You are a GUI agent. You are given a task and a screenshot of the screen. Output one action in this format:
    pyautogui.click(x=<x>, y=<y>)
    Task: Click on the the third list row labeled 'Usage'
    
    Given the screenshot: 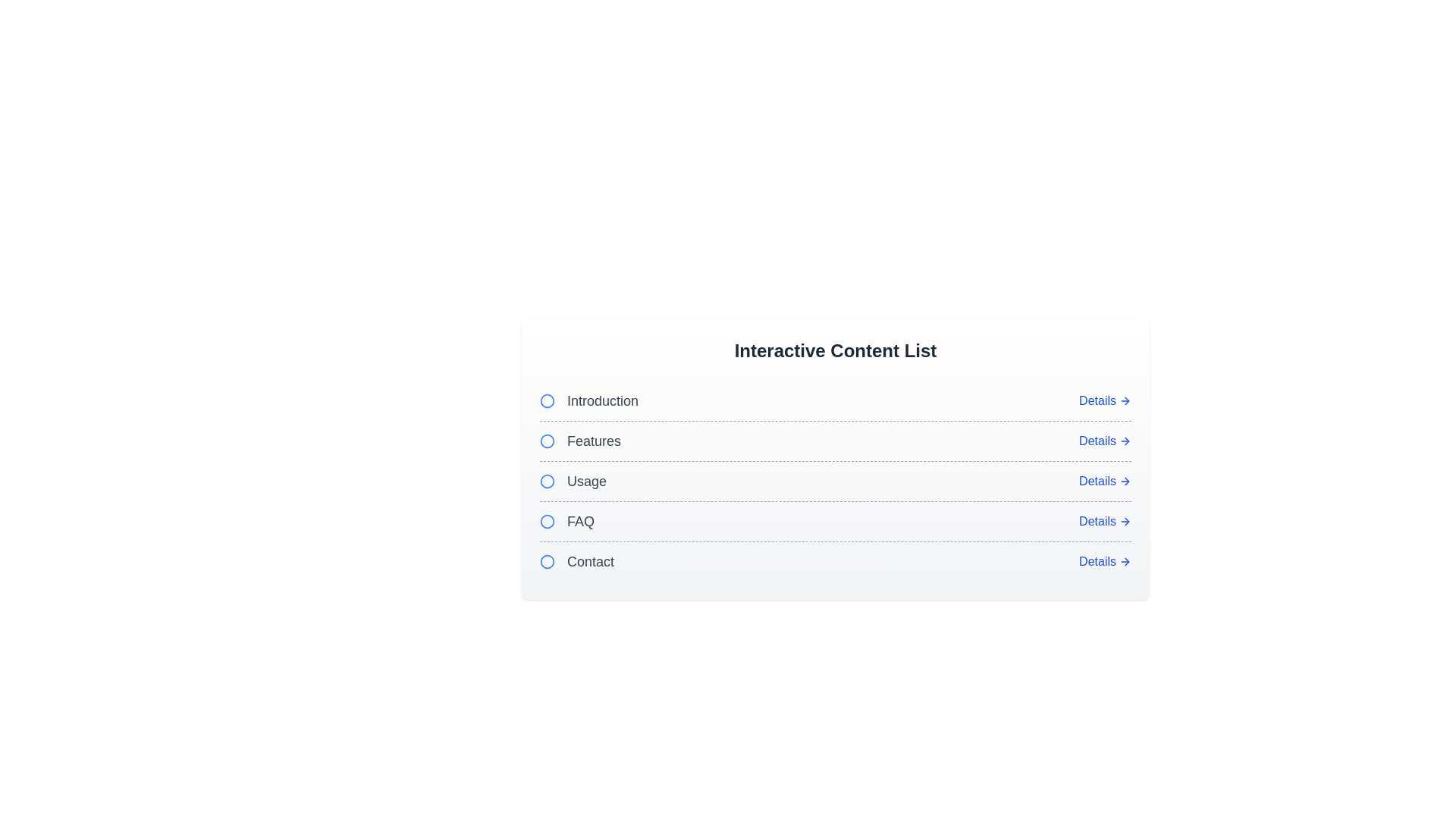 What is the action you would take?
    pyautogui.click(x=835, y=481)
    